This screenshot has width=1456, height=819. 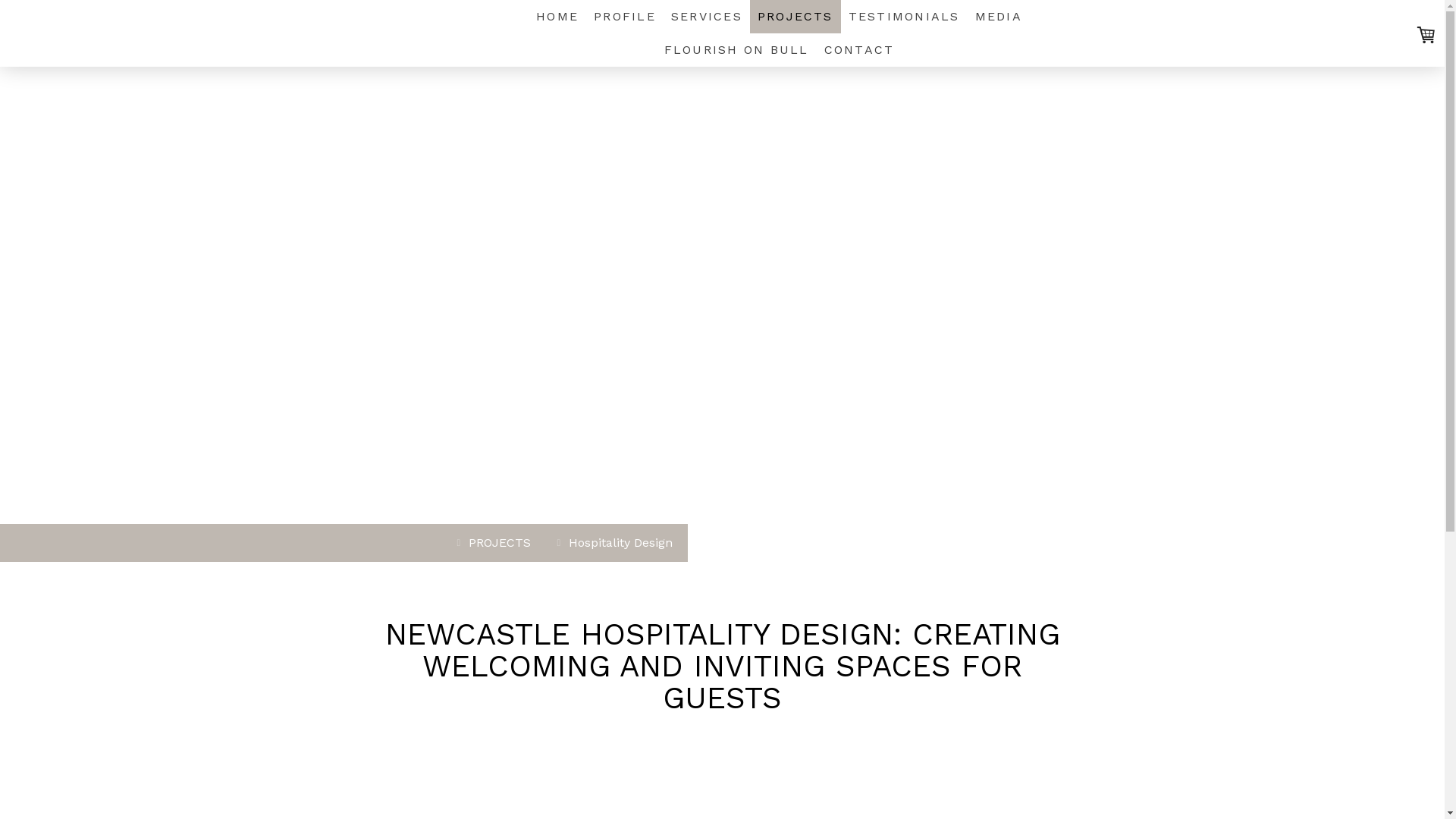 I want to click on 'PROFILE', so click(x=625, y=17).